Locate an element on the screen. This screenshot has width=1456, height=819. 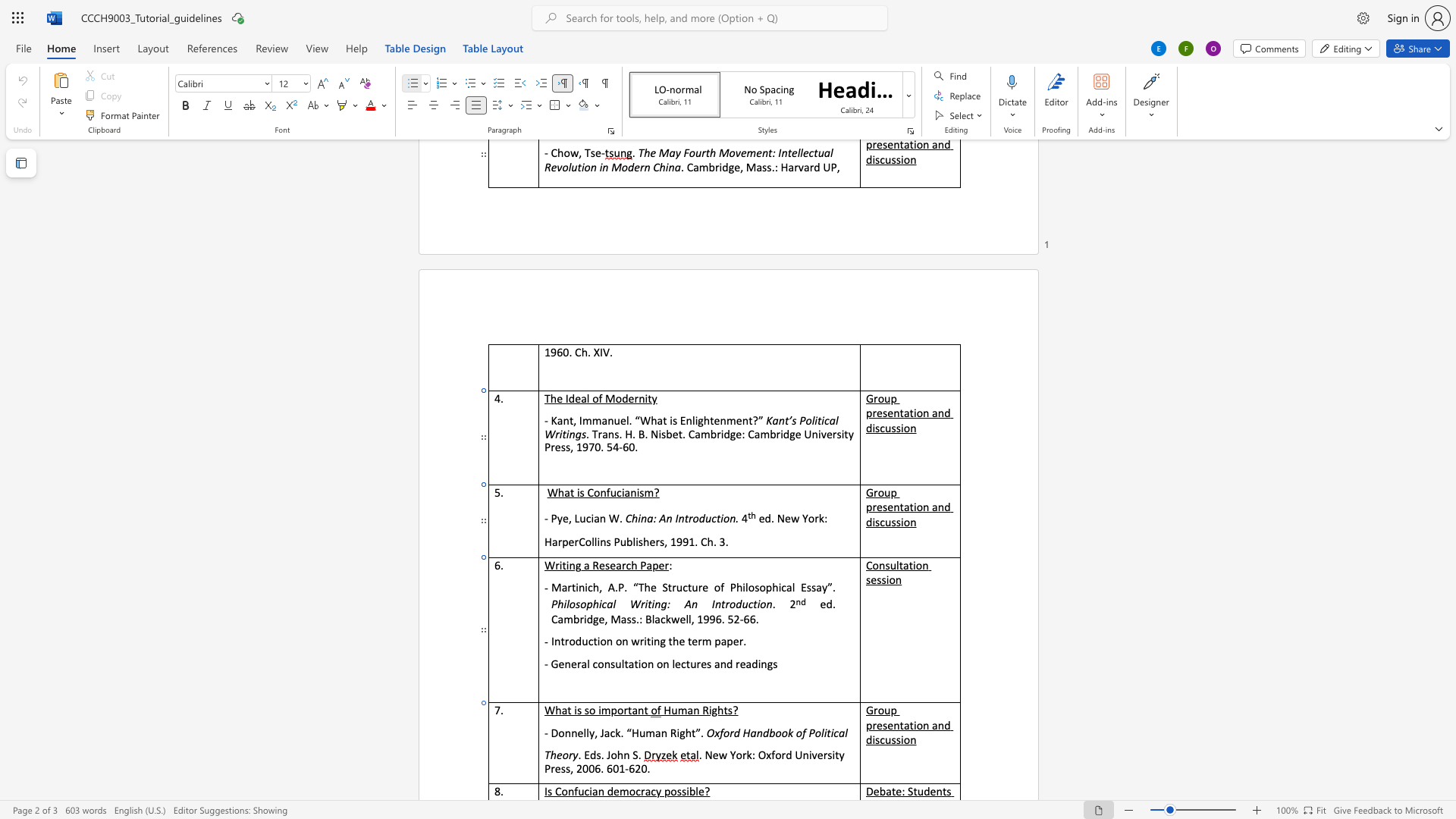
the space between the continuous character "i" and "n" in the text is located at coordinates (761, 663).